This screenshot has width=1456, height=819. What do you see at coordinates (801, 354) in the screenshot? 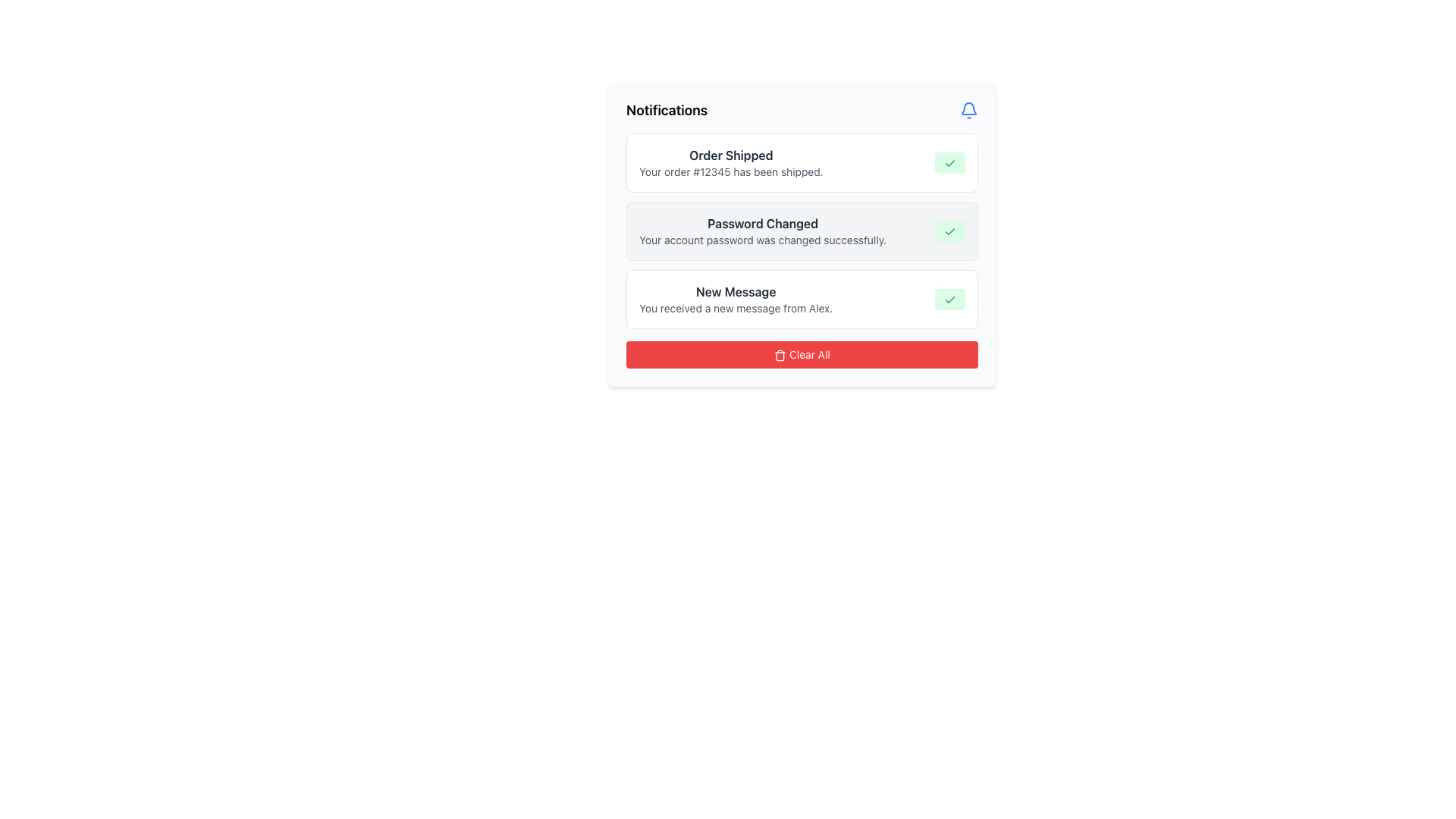
I see `the clear notifications button located at the bottom of the notification panel to trigger a background color change` at bounding box center [801, 354].